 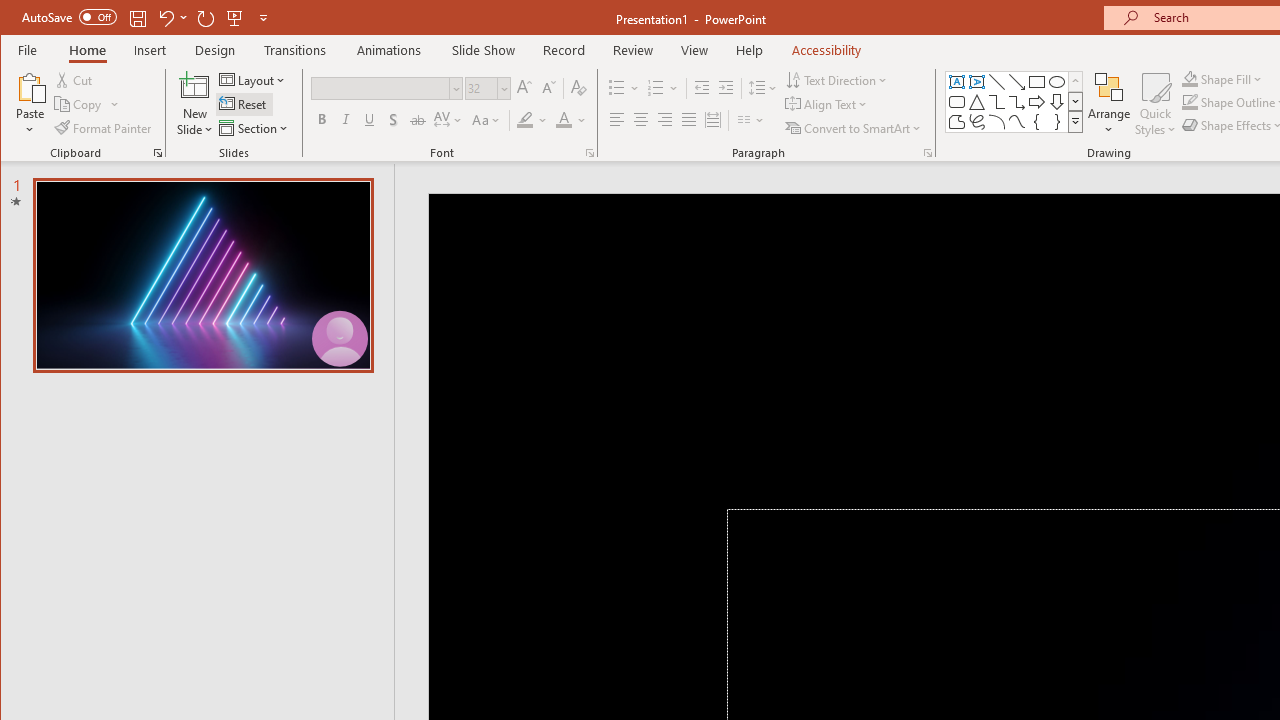 I want to click on 'Section', so click(x=254, y=128).